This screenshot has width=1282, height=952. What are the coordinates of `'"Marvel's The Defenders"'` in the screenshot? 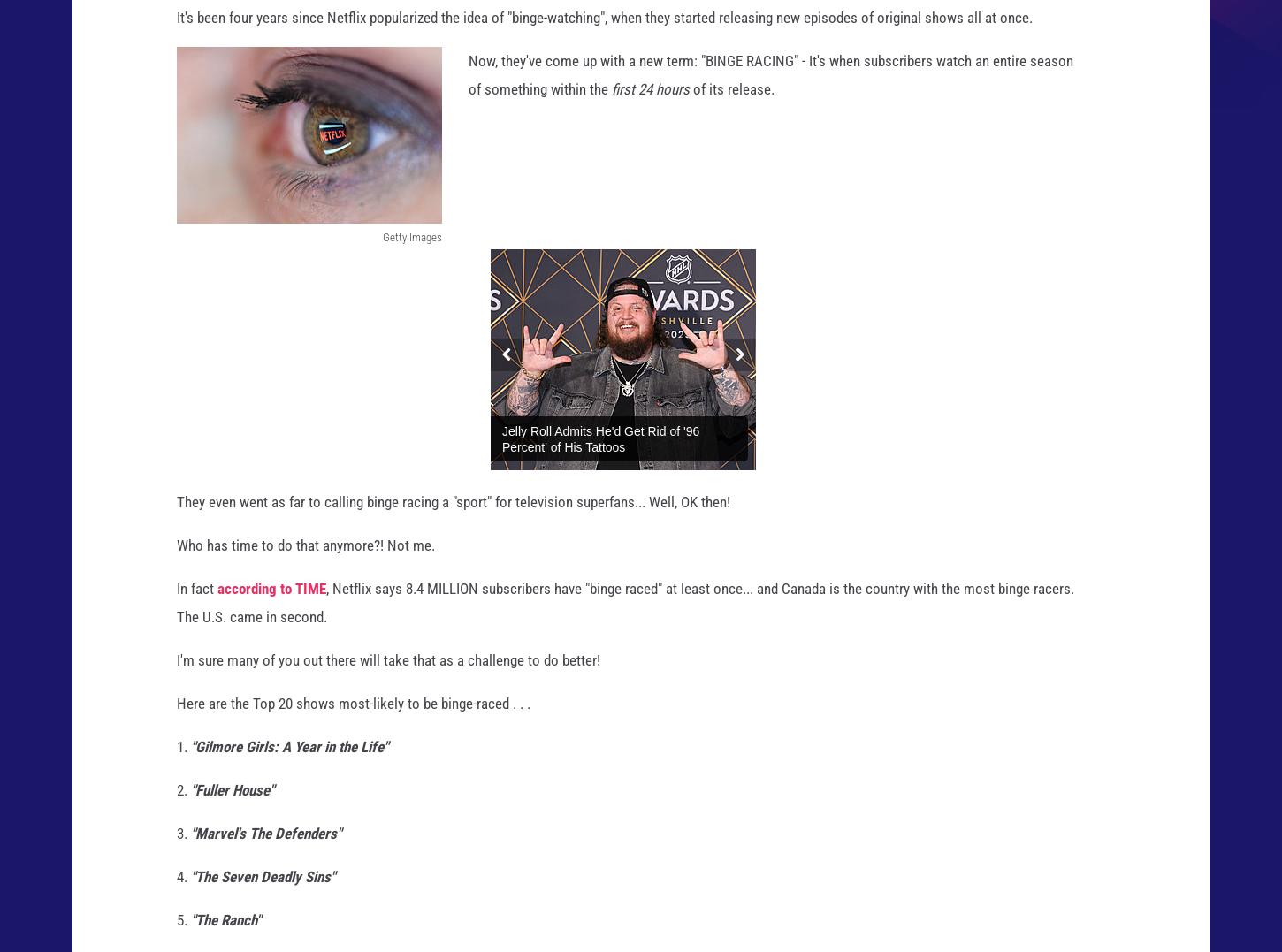 It's located at (190, 849).